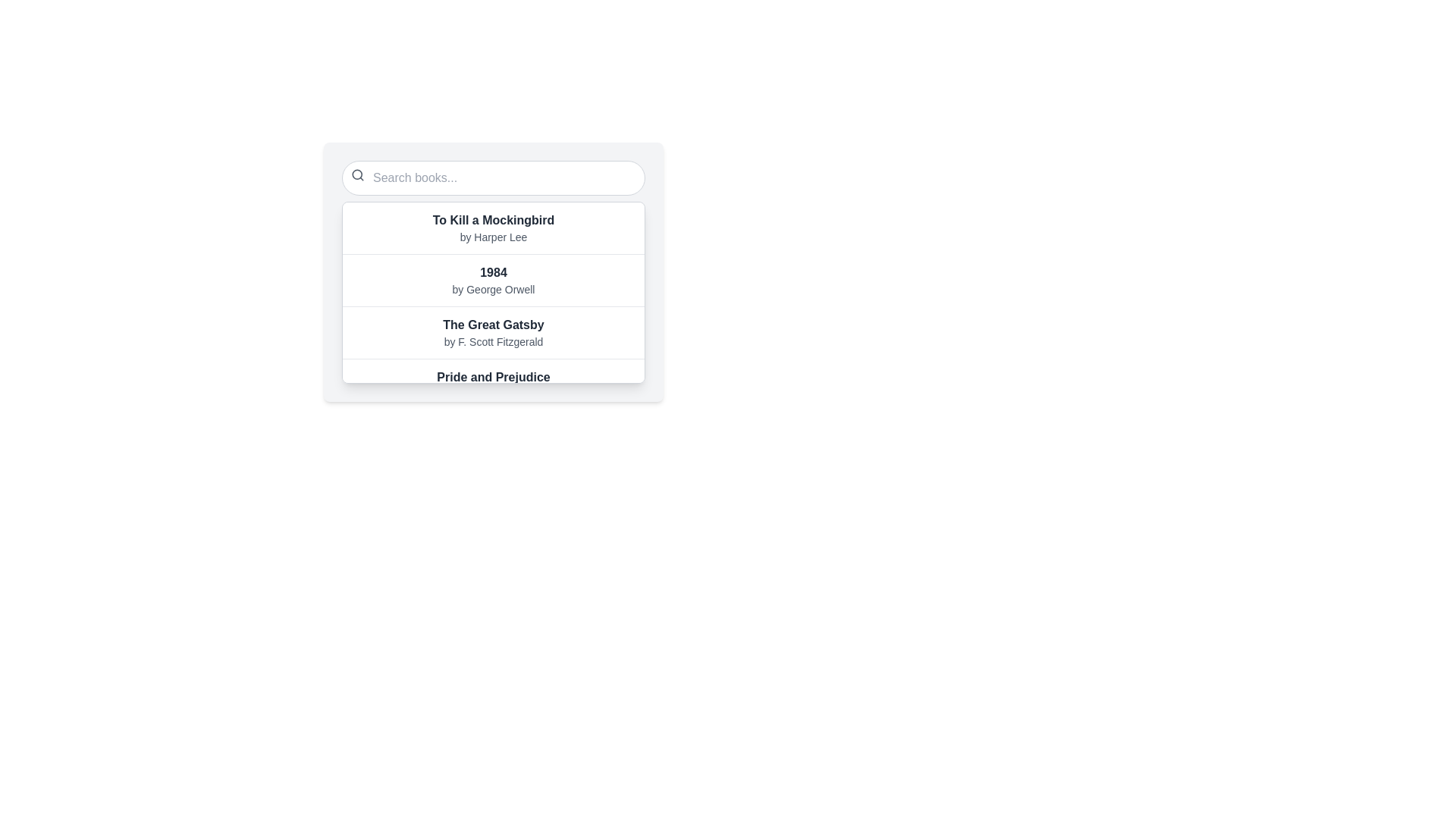  Describe the element at coordinates (356, 174) in the screenshot. I see `the magnifying glass icon, which is styled with a circular outline and a diagonal line, located on the left side of the search bar near the placeholder text 'Search books...'` at that location.